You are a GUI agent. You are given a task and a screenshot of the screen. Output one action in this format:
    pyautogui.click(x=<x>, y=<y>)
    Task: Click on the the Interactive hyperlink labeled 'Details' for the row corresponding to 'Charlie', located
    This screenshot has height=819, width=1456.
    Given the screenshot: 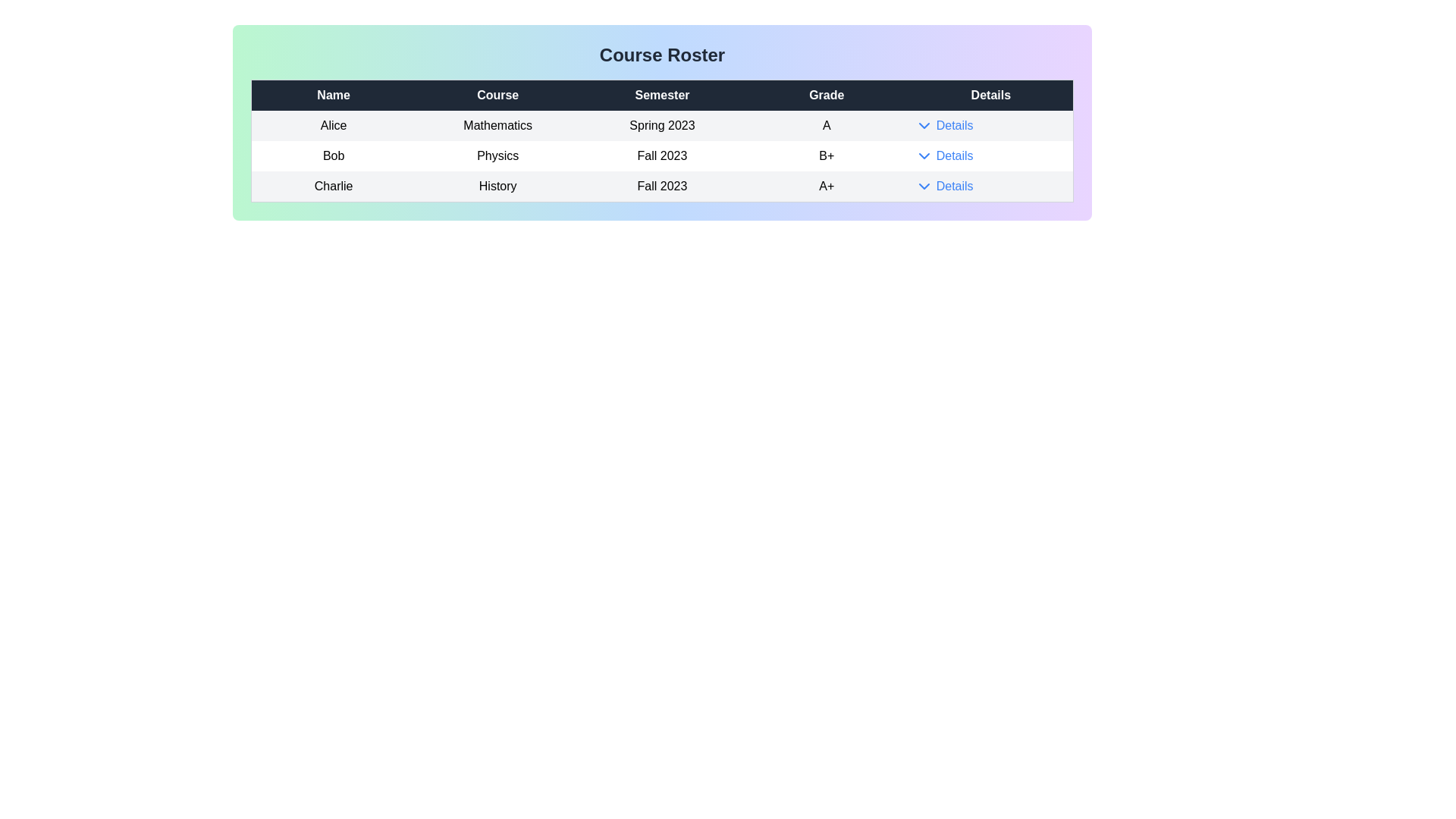 What is the action you would take?
    pyautogui.click(x=943, y=186)
    